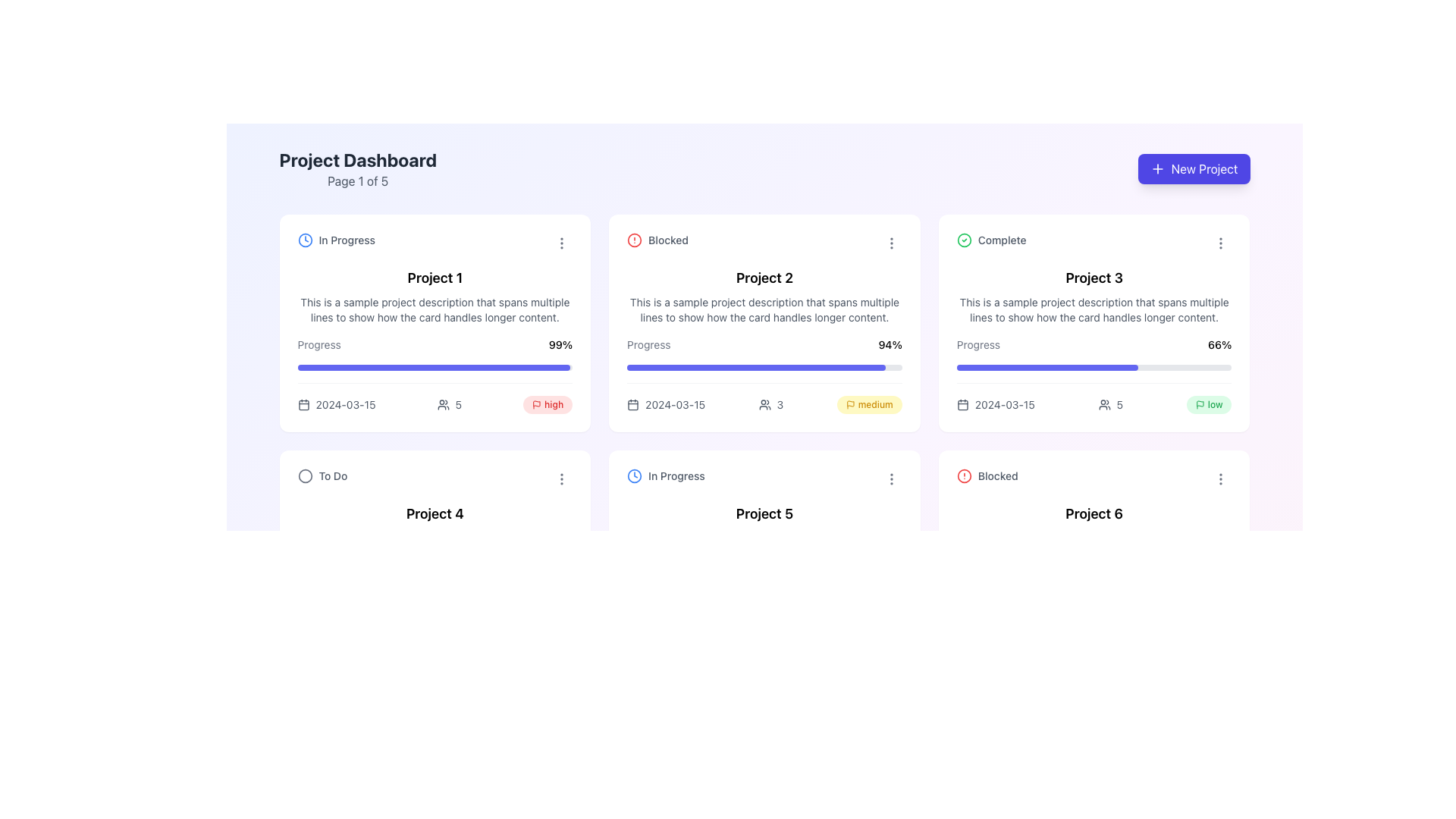 The width and height of the screenshot is (1456, 819). I want to click on text of the text label that reads 'Complete.' located adjacent to a green circular icon in the top-right quadrant of the third card in the second row of the grid layout, so click(1002, 239).